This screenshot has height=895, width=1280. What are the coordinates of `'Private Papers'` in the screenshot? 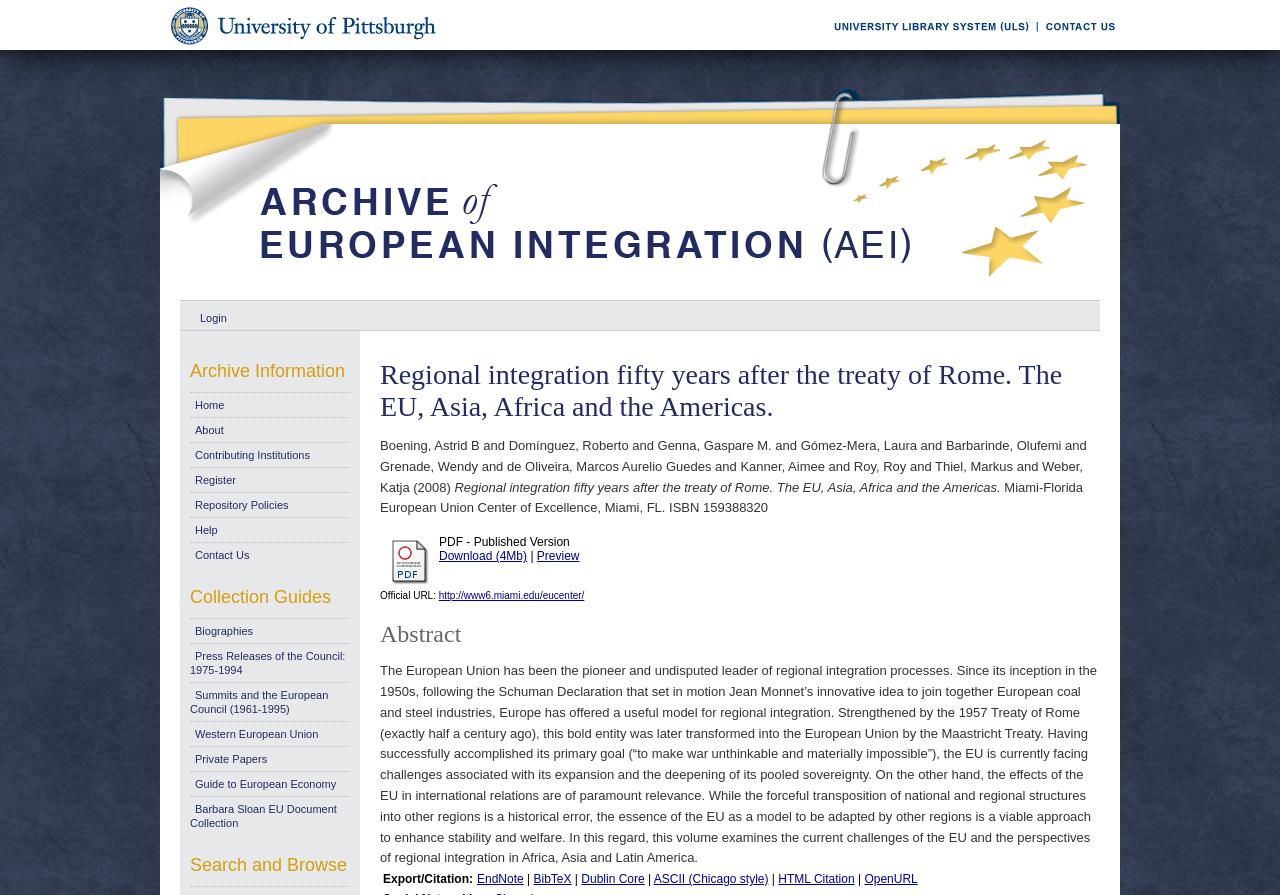 It's located at (231, 757).